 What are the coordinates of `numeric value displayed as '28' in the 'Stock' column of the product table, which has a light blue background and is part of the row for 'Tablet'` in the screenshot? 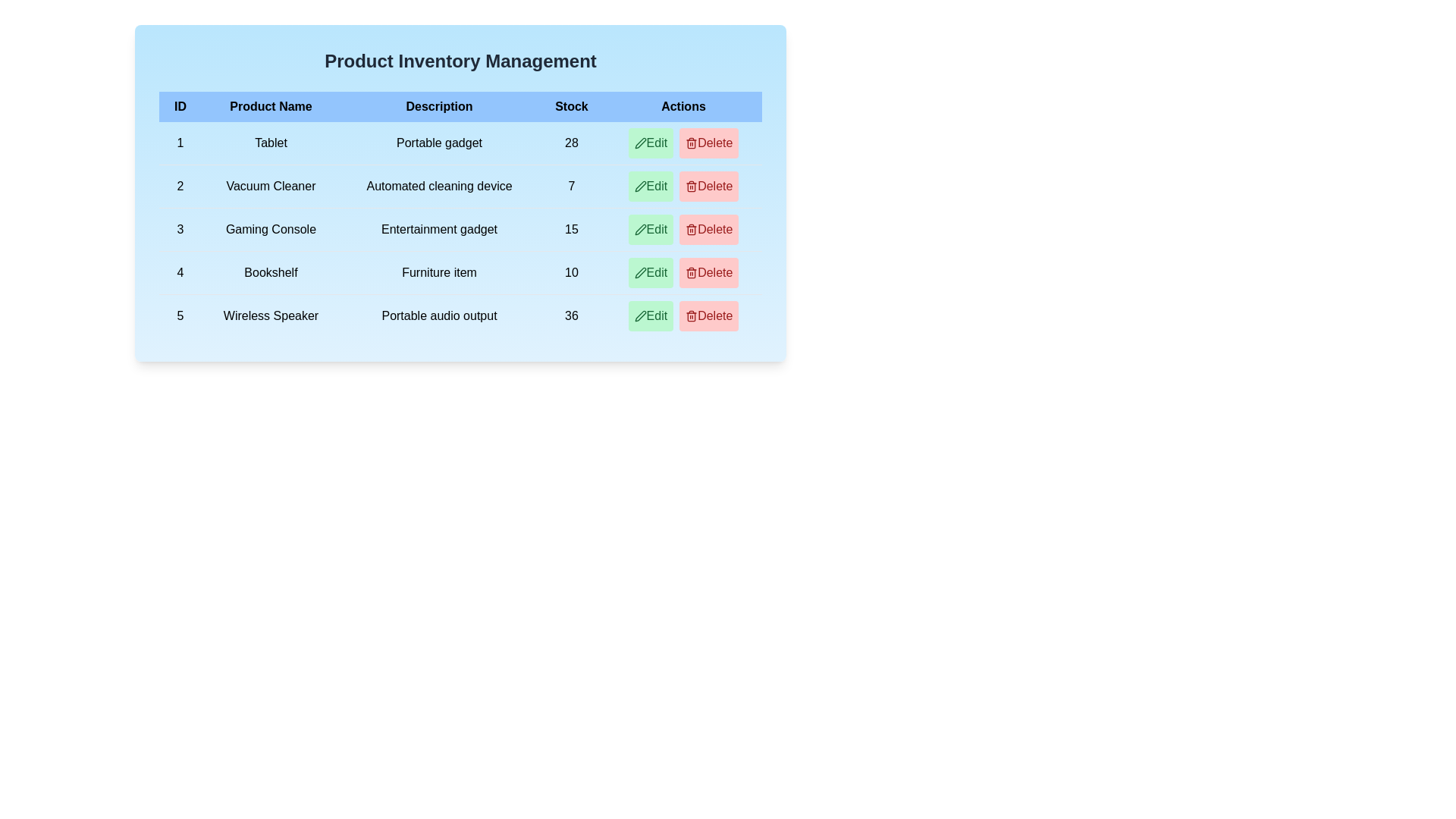 It's located at (570, 143).